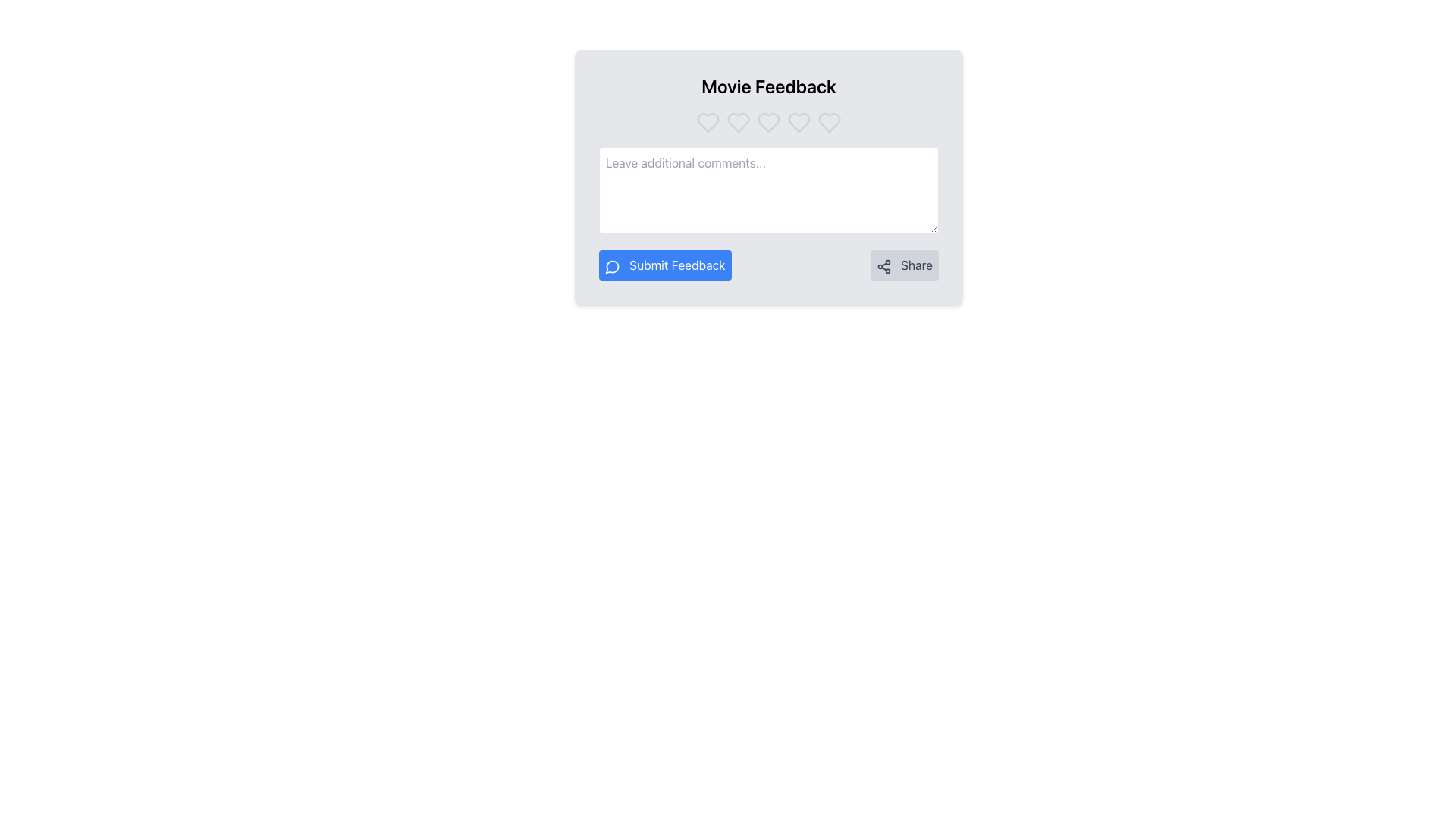 The width and height of the screenshot is (1456, 819). Describe the element at coordinates (665, 265) in the screenshot. I see `the 'Submit Feedback' button using keyboard navigation` at that location.